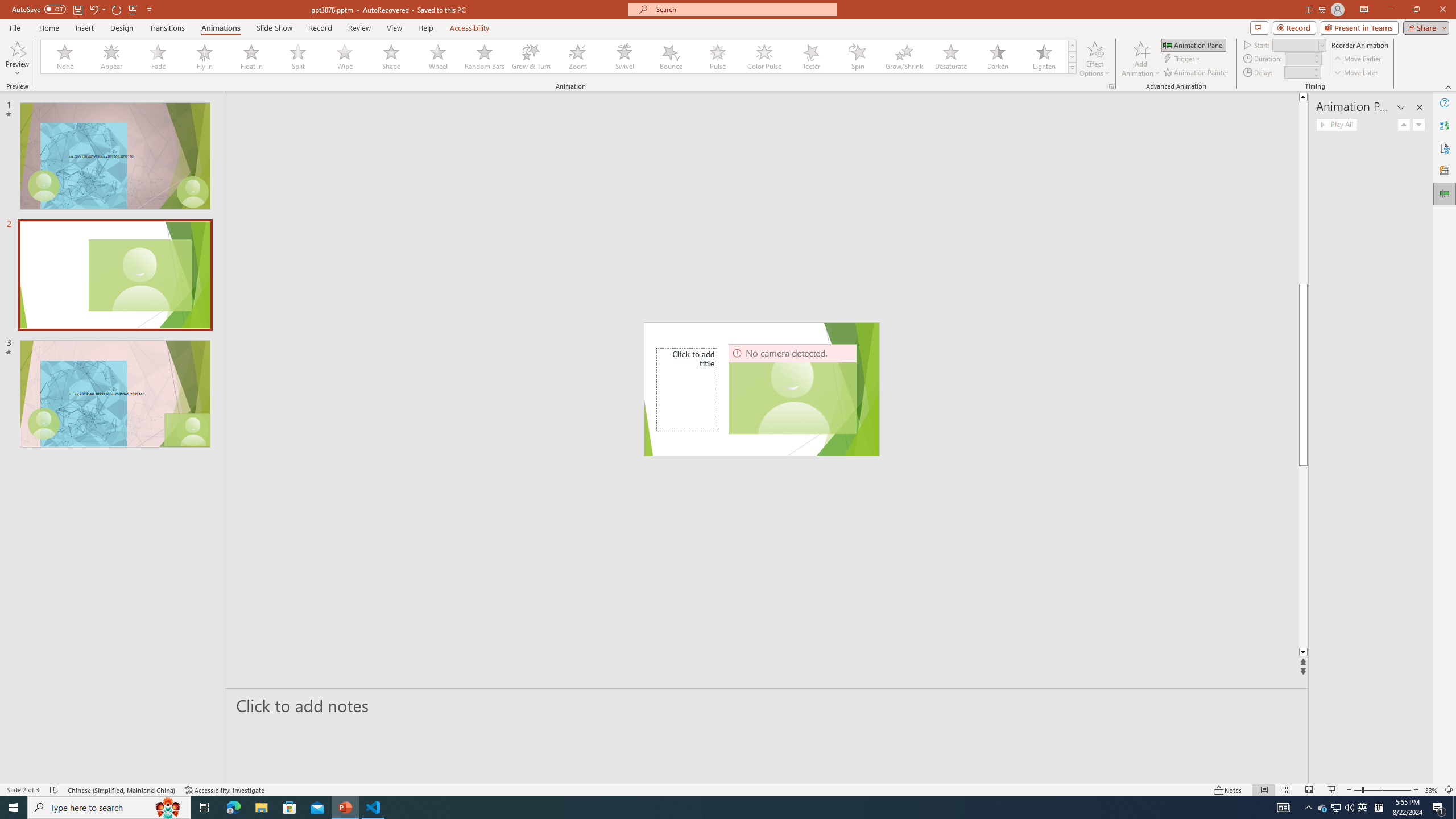 The image size is (1456, 819). Describe the element at coordinates (857, 56) in the screenshot. I see `'Spin'` at that location.